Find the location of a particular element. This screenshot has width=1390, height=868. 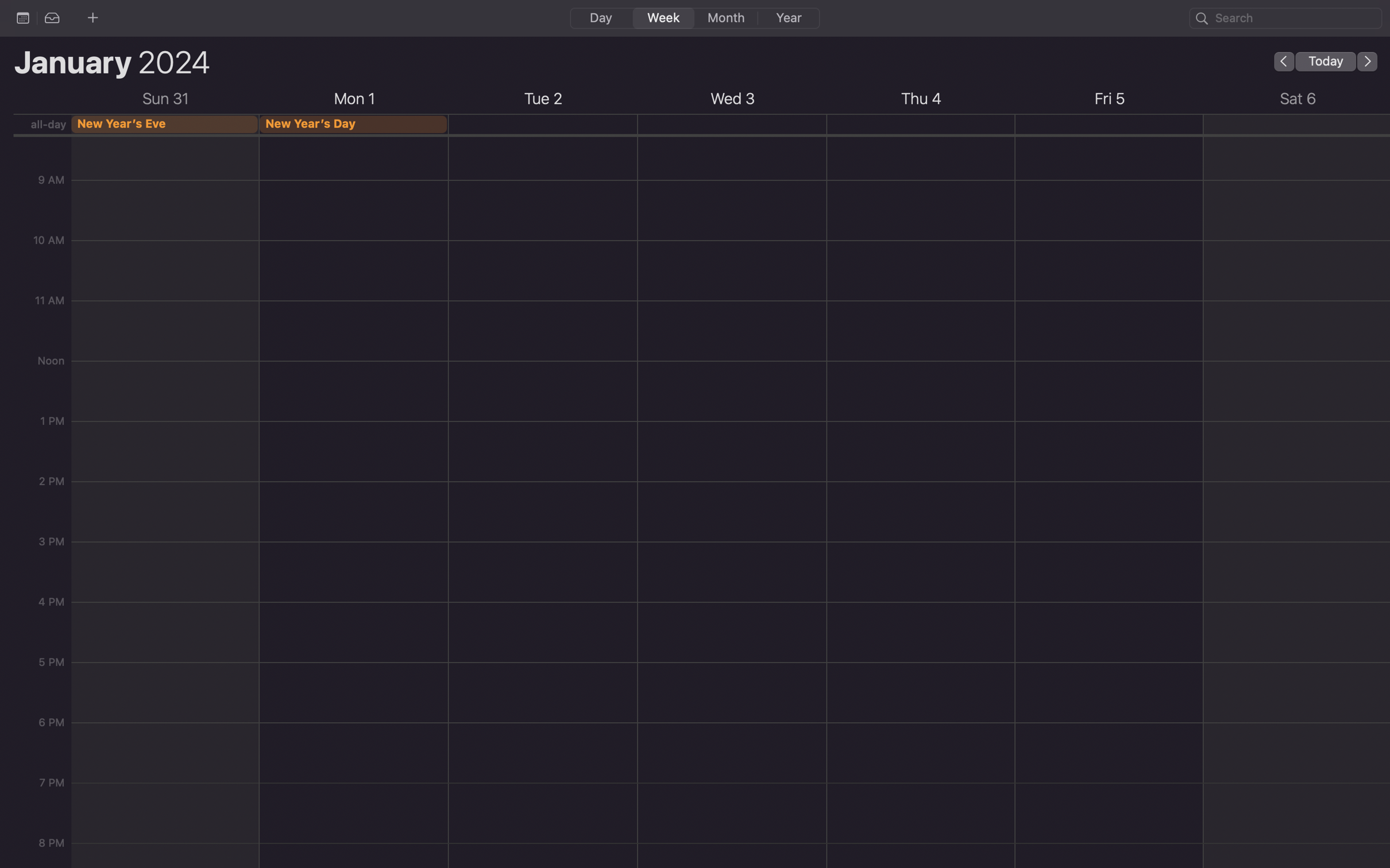

Create an event for 10 am on Monday is located at coordinates (354, 190).